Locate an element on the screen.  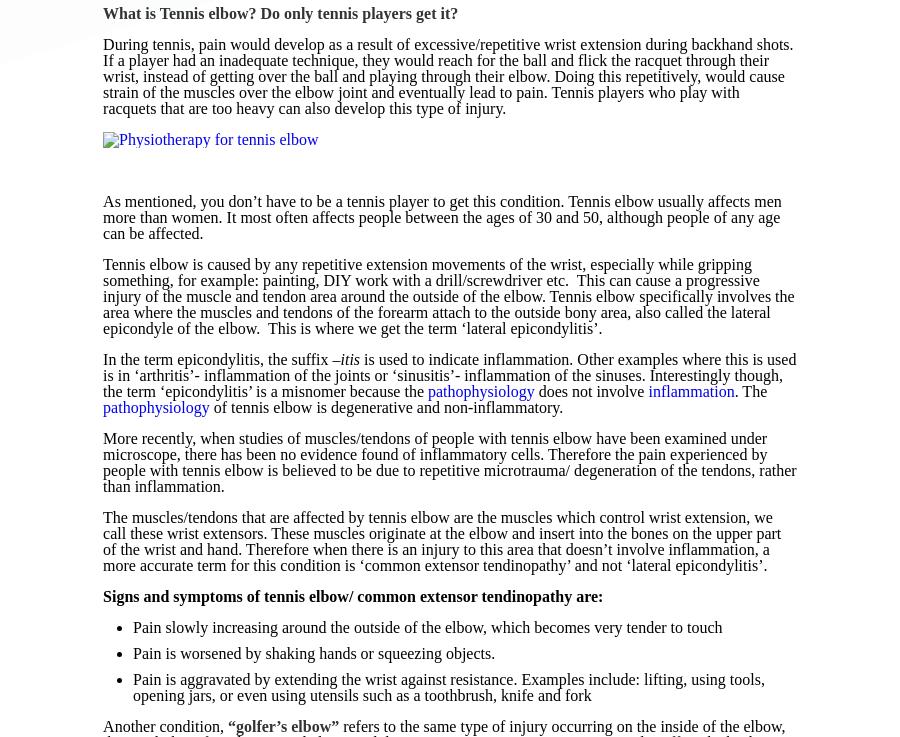
'Another condition,' is located at coordinates (101, 726).